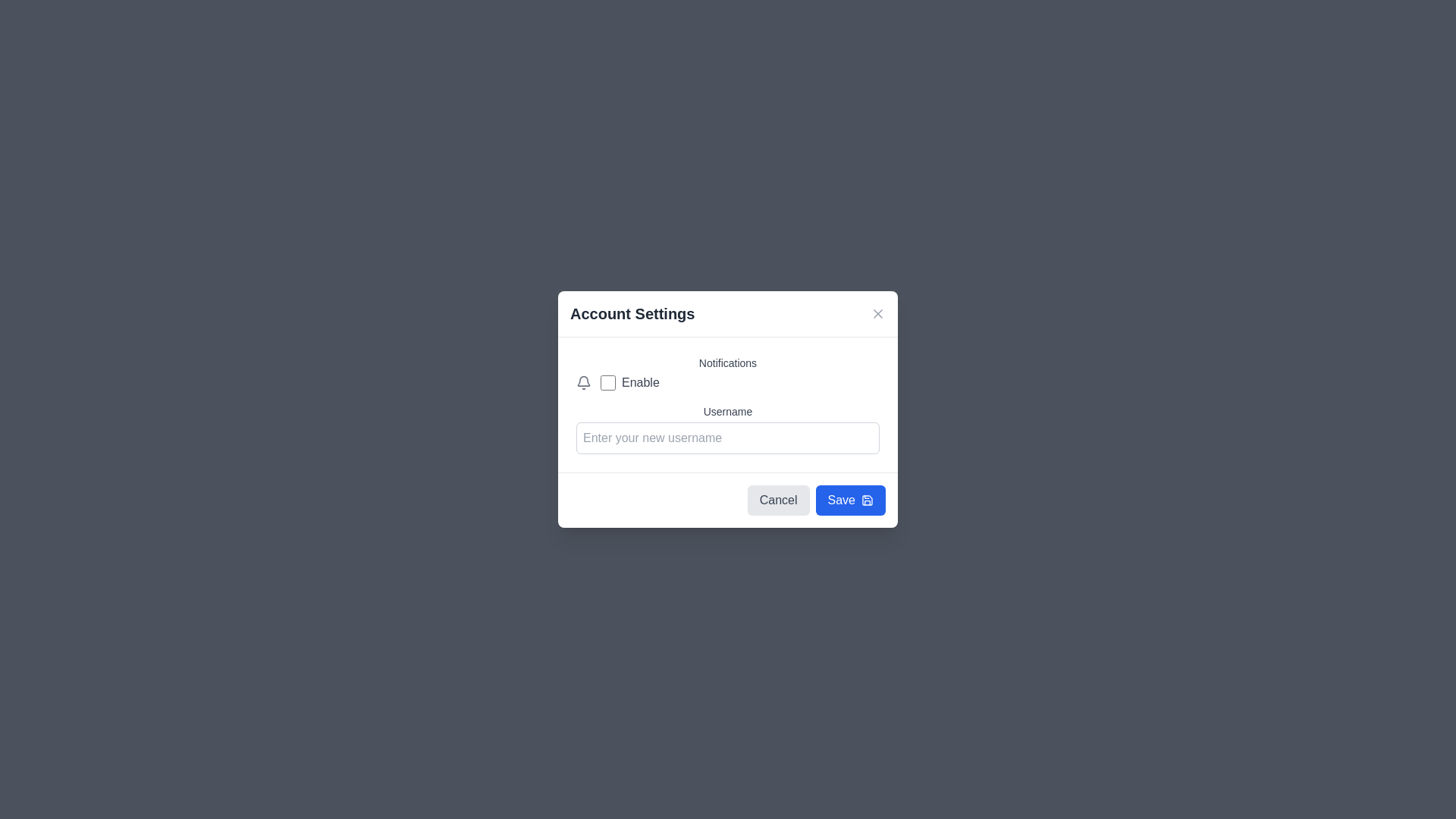  What do you see at coordinates (728, 412) in the screenshot?
I see `the static text label indicating the purpose of the input field for the username located in the 'Account Settings' section` at bounding box center [728, 412].